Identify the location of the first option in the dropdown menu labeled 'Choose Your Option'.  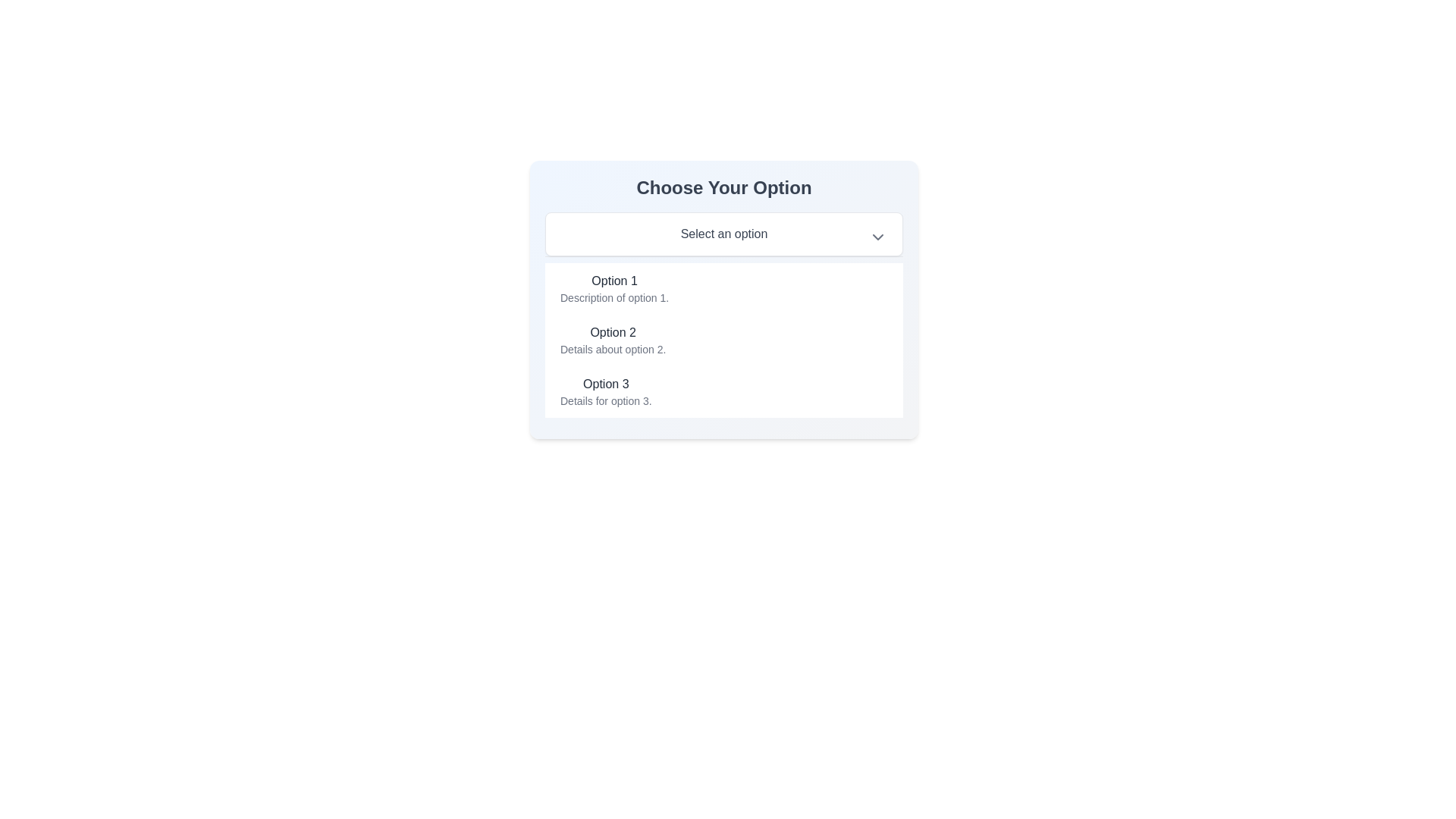
(614, 289).